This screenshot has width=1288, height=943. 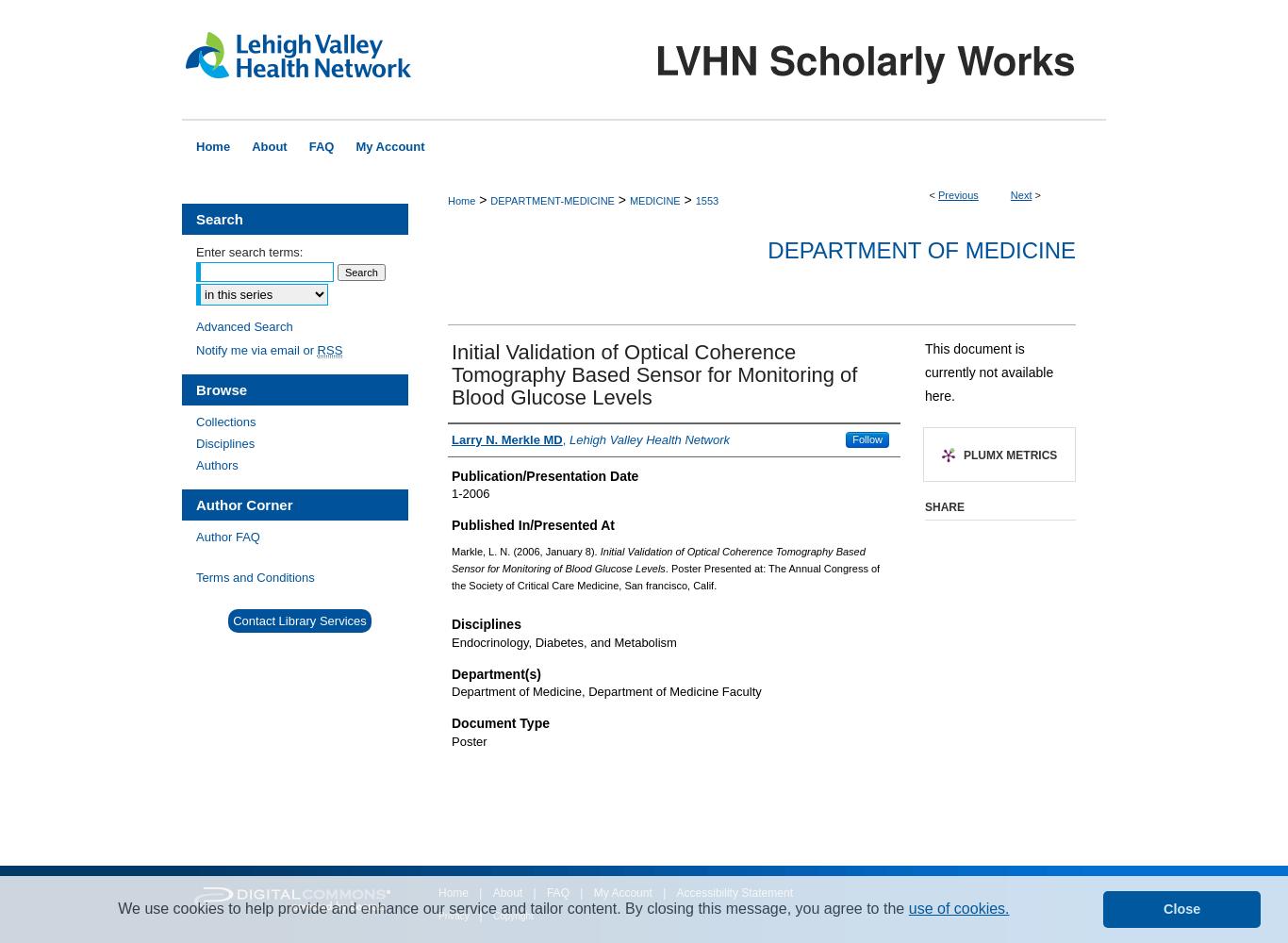 What do you see at coordinates (493, 915) in the screenshot?
I see `'Copyright'` at bounding box center [493, 915].